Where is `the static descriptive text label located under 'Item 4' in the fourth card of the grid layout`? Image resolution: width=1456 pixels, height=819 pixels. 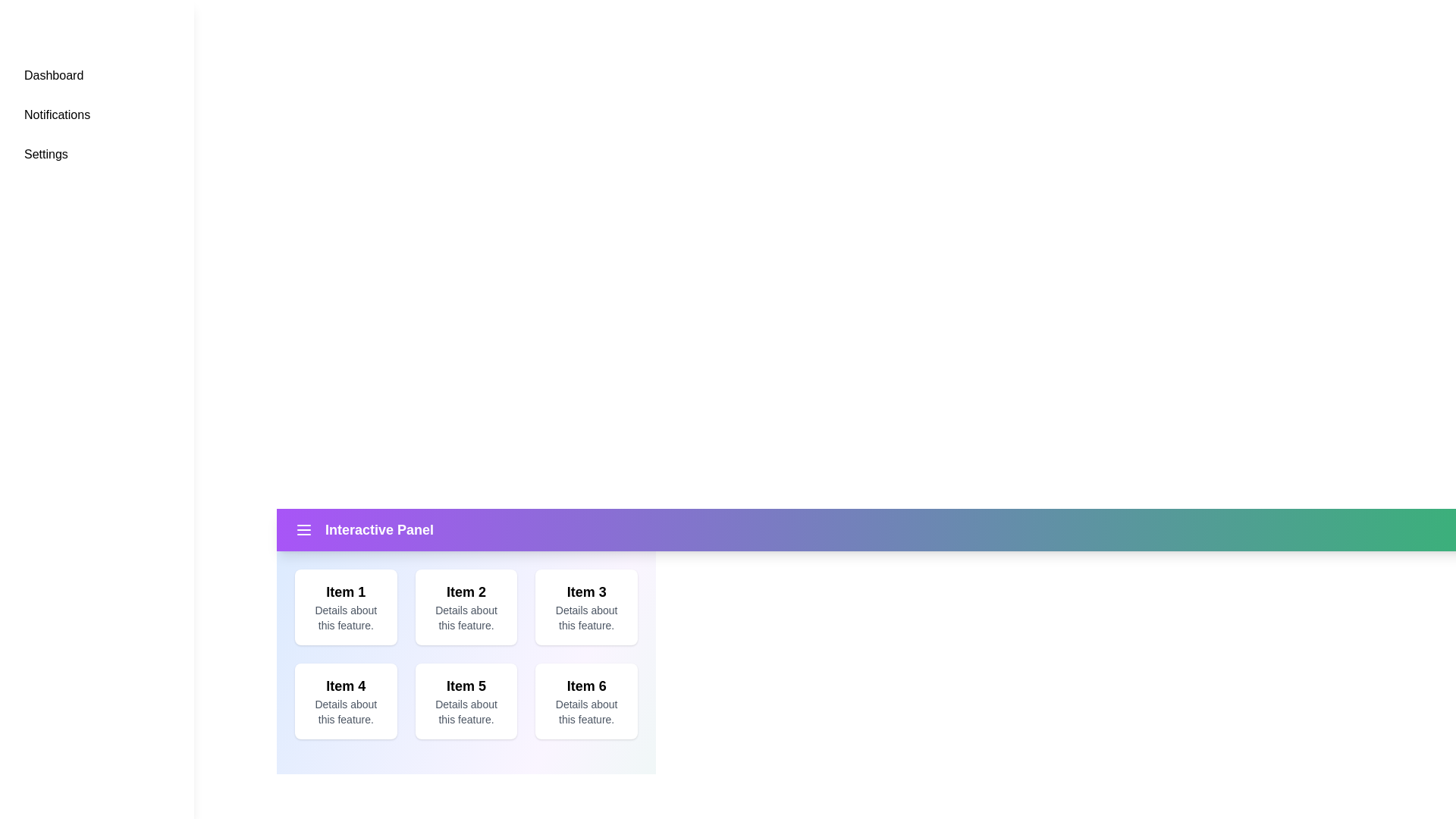 the static descriptive text label located under 'Item 4' in the fourth card of the grid layout is located at coordinates (345, 711).